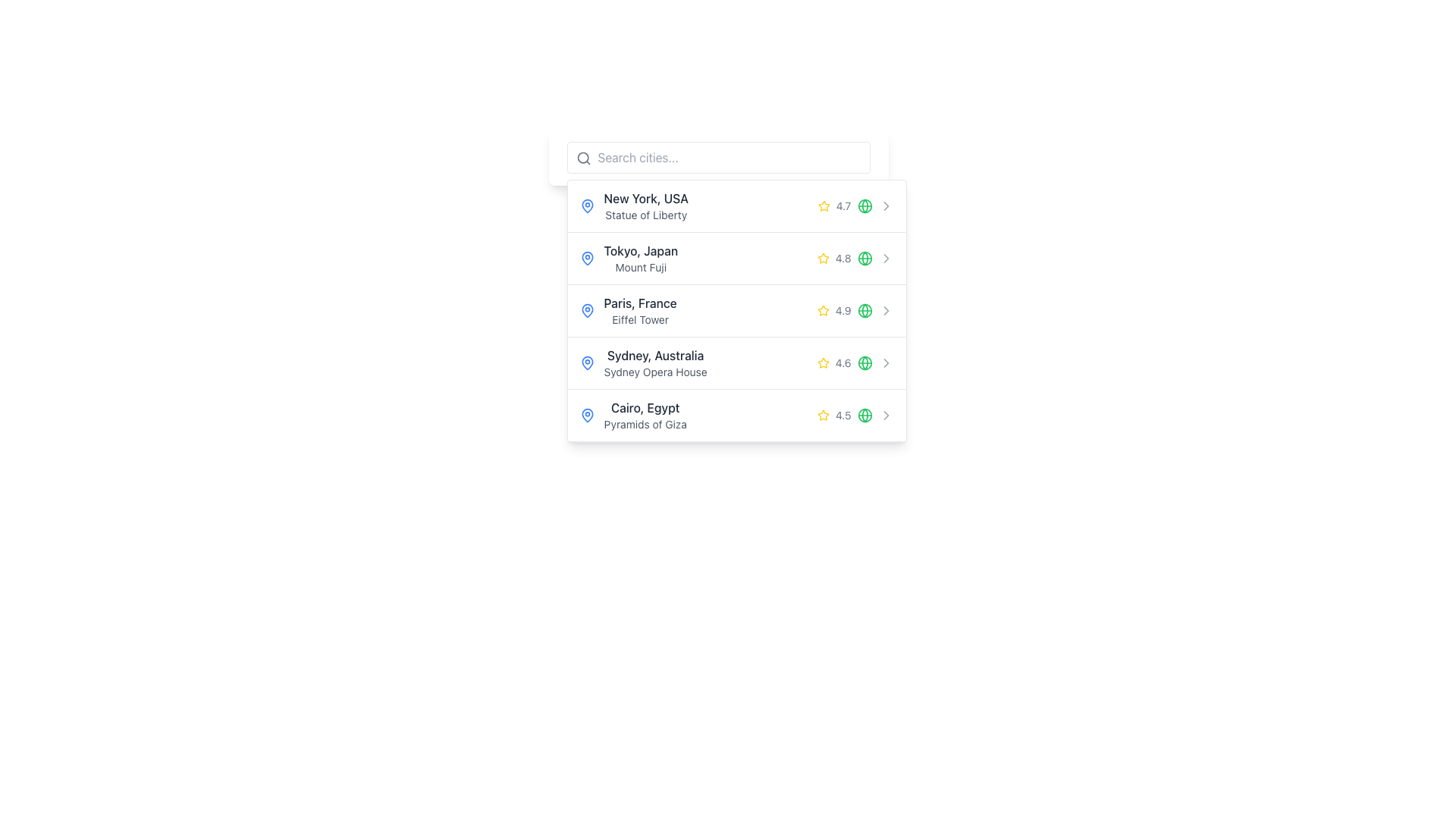  I want to click on the yellow star-shaped icon representing the rating for 'Tokyo, Japan', located in the rating row of the UI, so click(822, 257).